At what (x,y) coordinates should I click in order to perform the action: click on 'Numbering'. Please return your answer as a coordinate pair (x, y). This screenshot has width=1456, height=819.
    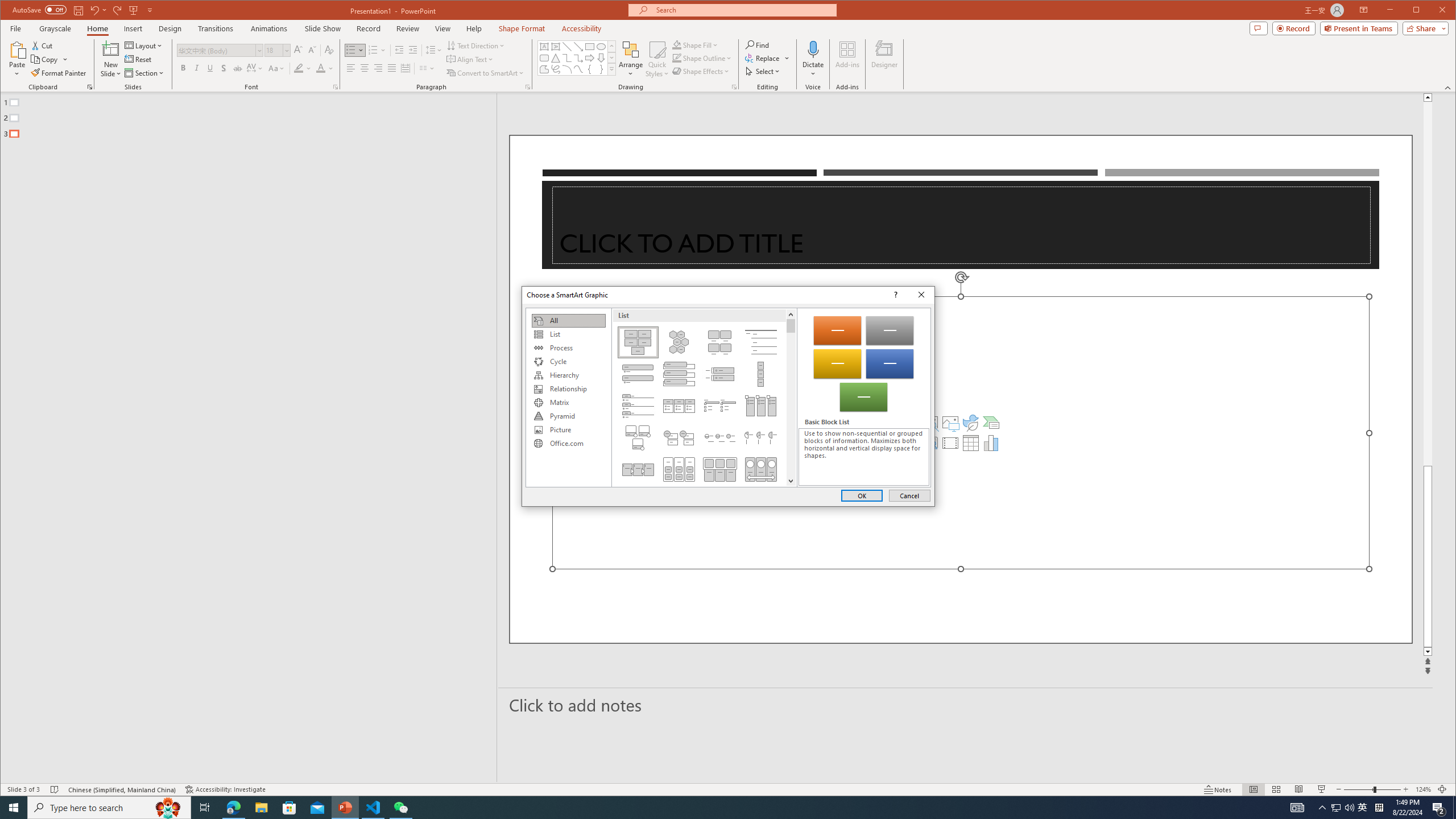
    Looking at the image, I should click on (377, 49).